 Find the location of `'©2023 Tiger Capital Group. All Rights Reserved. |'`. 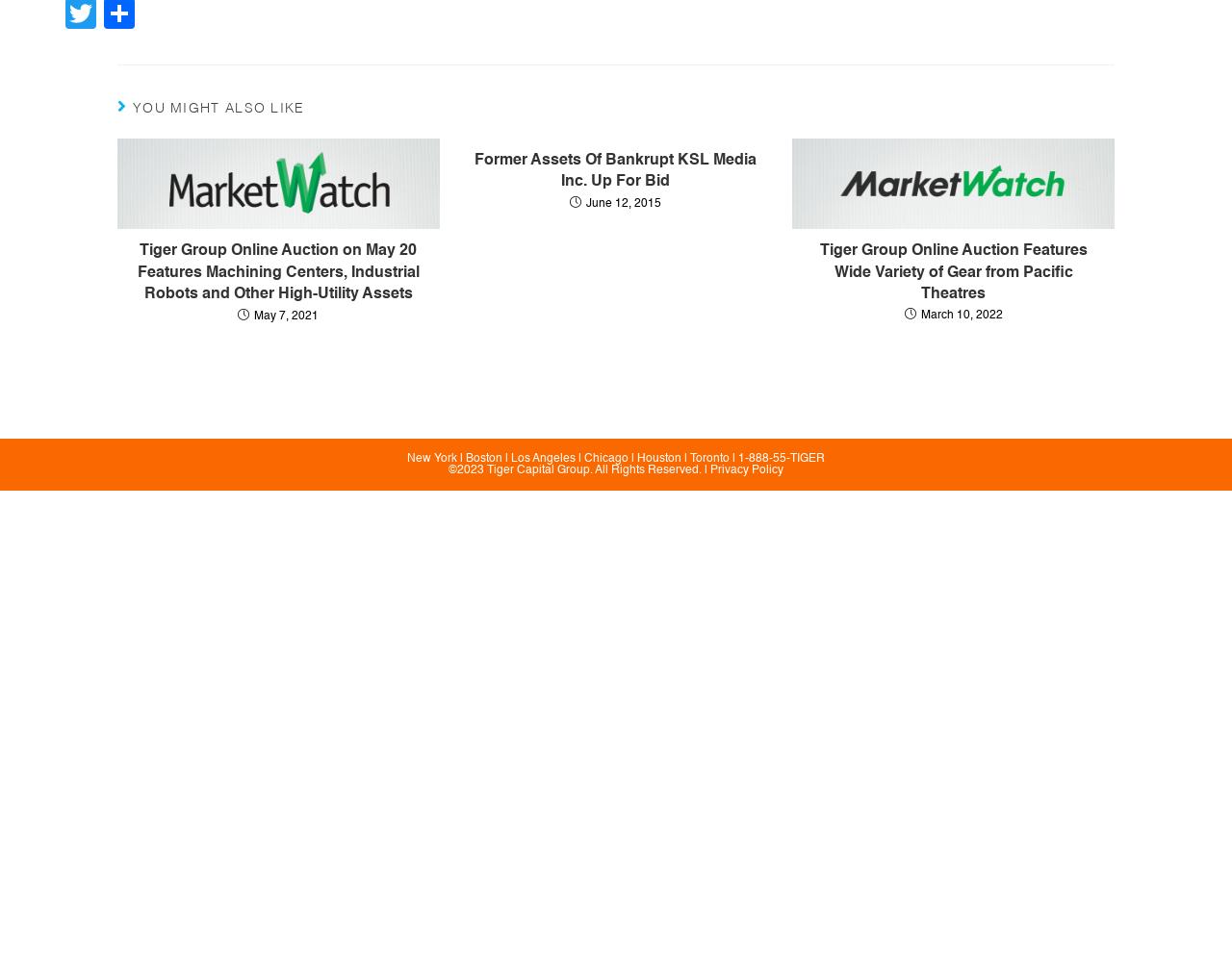

'©2023 Tiger Capital Group. All Rights Reserved. |' is located at coordinates (577, 469).